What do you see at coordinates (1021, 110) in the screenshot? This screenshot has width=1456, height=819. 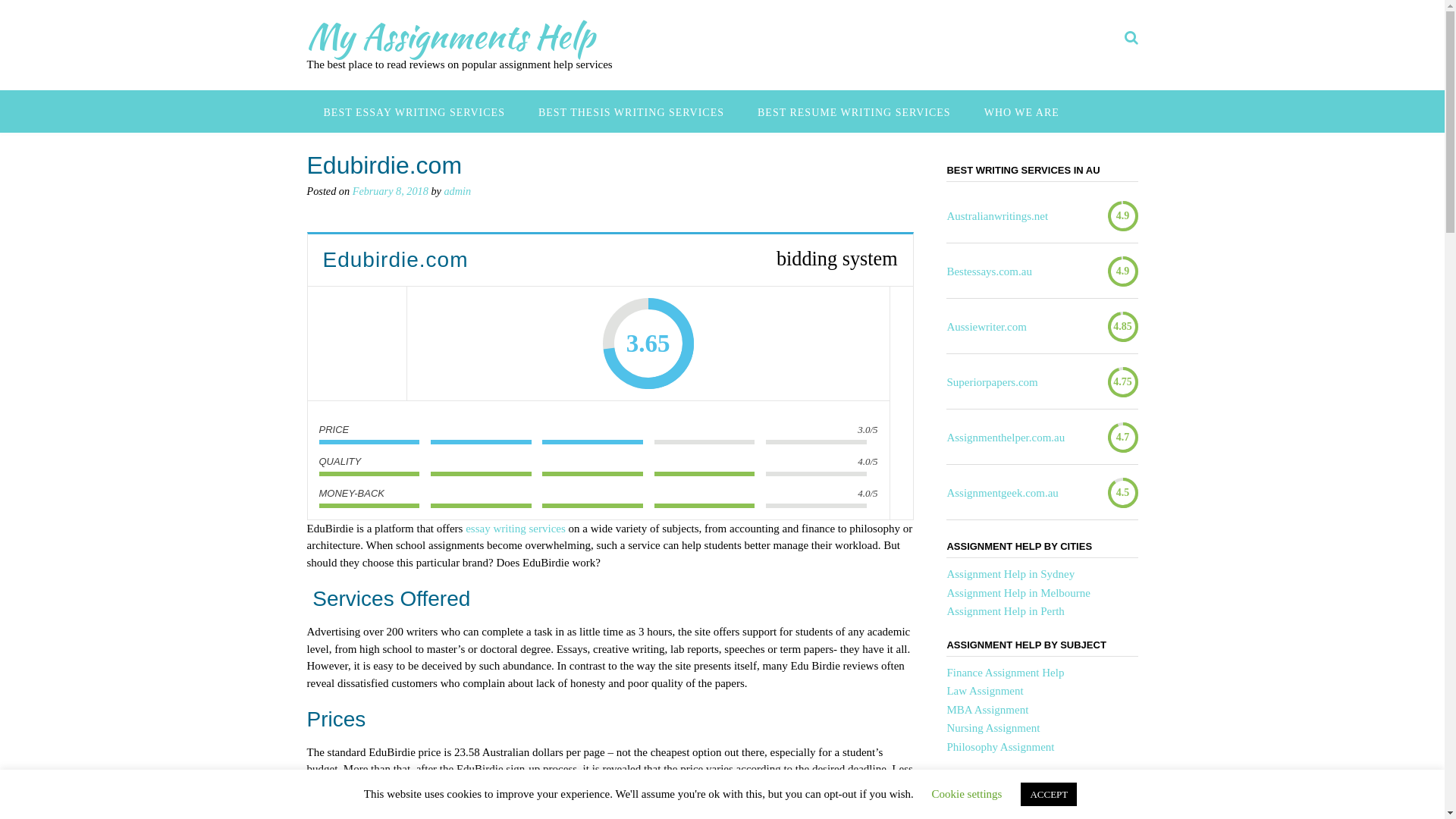 I see `'WHO WE ARE'` at bounding box center [1021, 110].